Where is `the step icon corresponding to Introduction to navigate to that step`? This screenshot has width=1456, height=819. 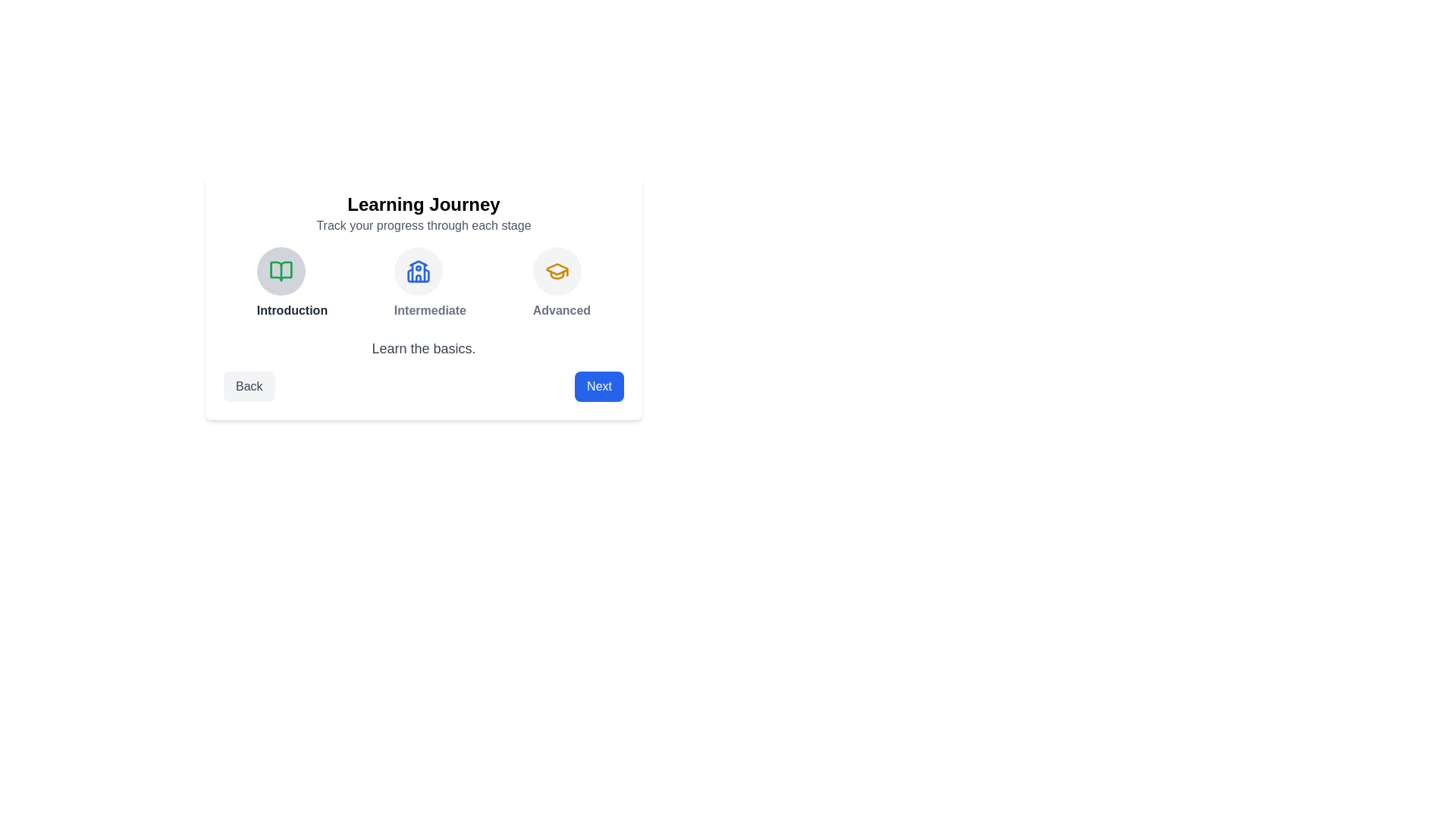
the step icon corresponding to Introduction to navigate to that step is located at coordinates (281, 271).